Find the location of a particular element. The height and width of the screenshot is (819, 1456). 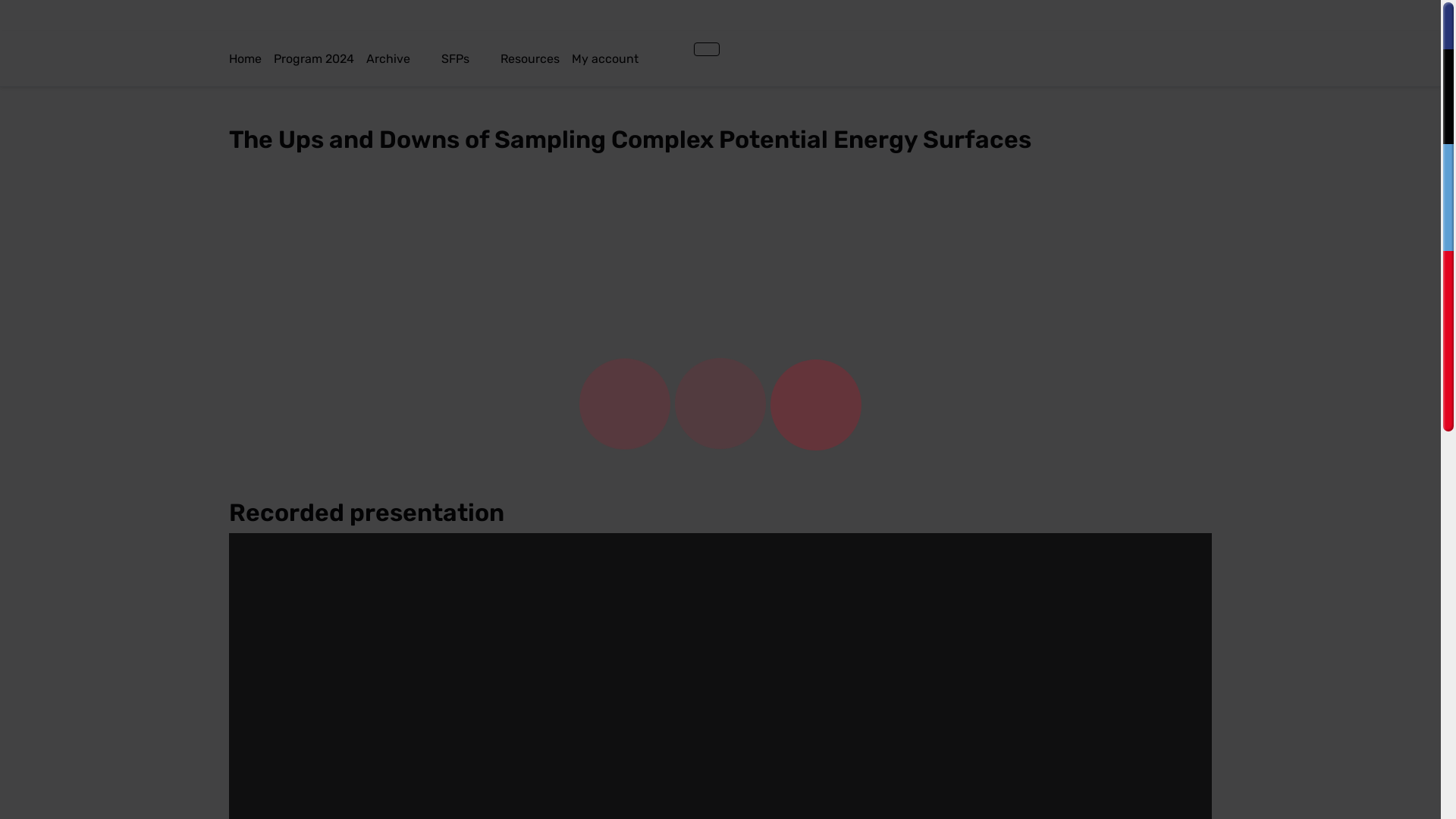

'Search' is located at coordinates (687, 48).